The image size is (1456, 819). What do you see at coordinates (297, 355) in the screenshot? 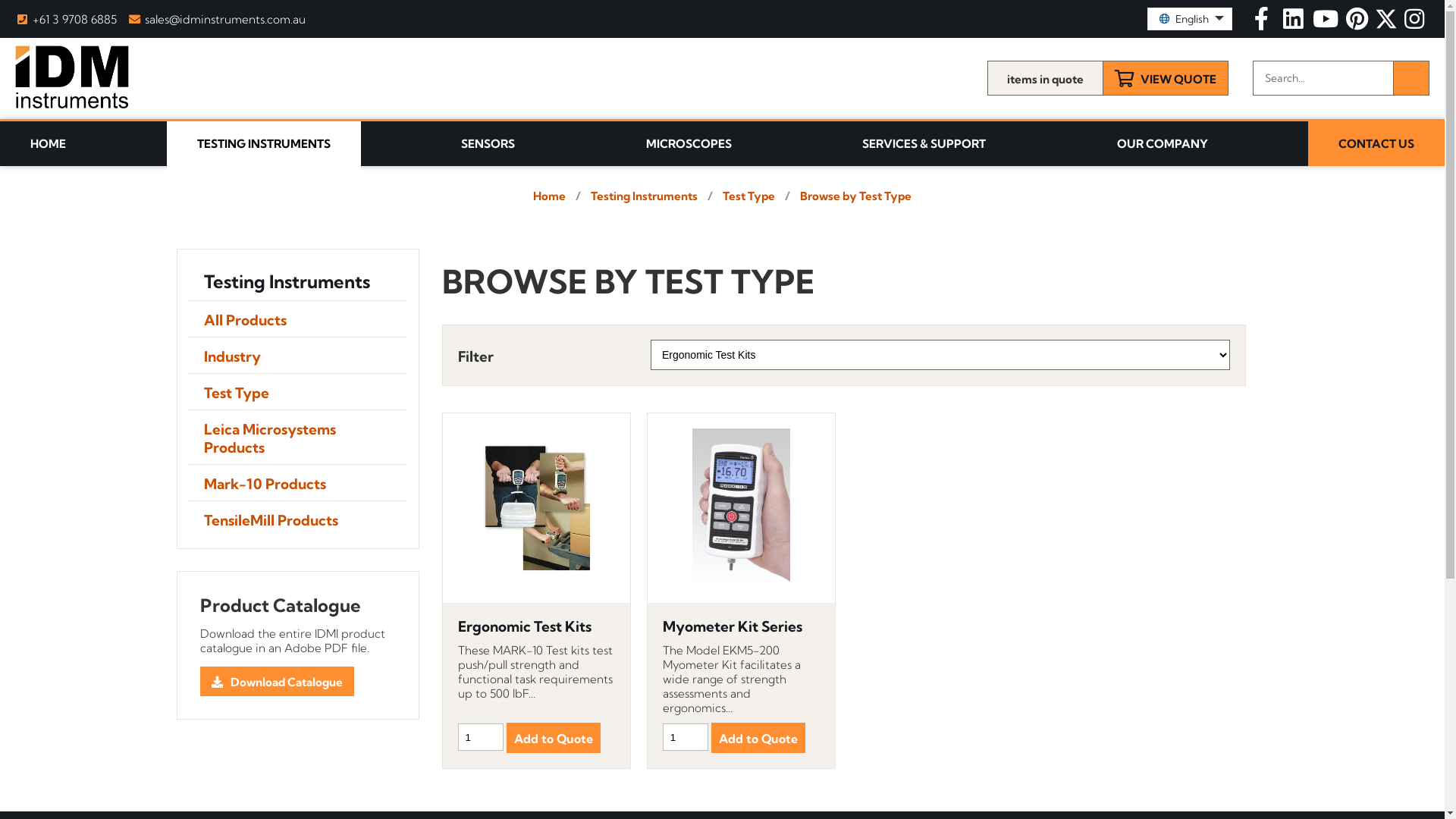
I see `'Industry'` at bounding box center [297, 355].